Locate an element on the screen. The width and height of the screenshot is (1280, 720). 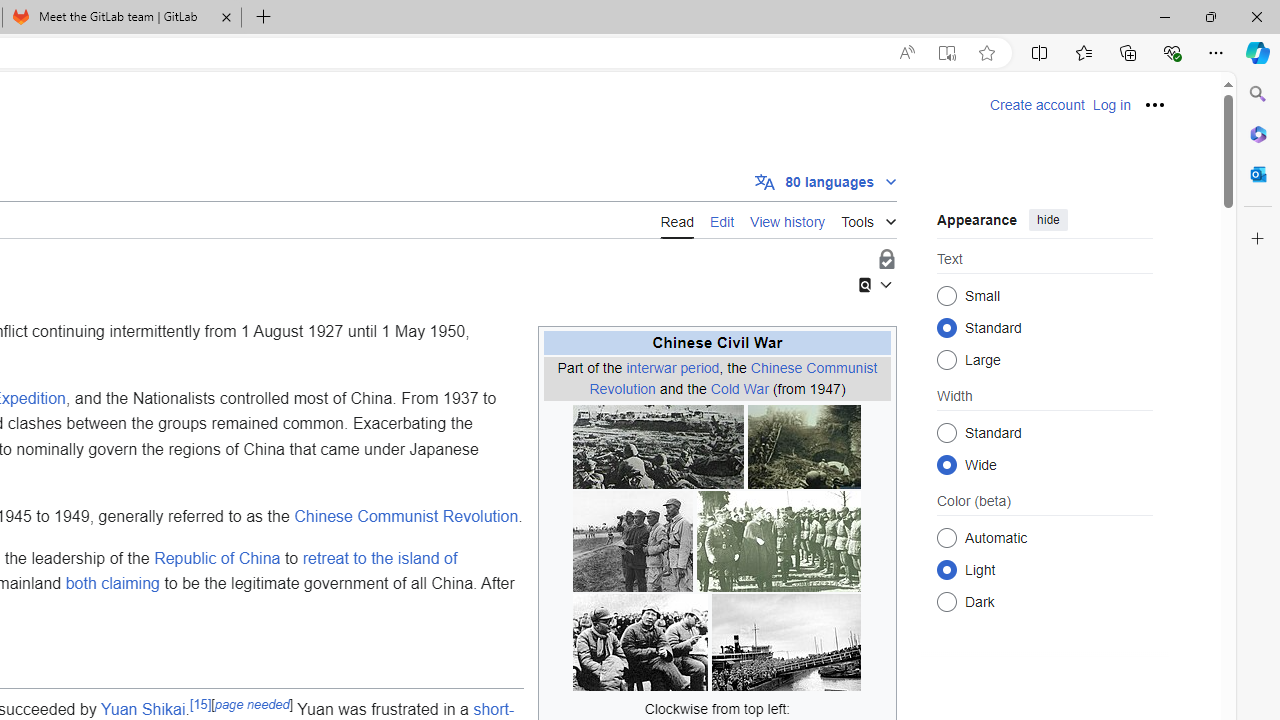
'Cold War' is located at coordinates (738, 388).